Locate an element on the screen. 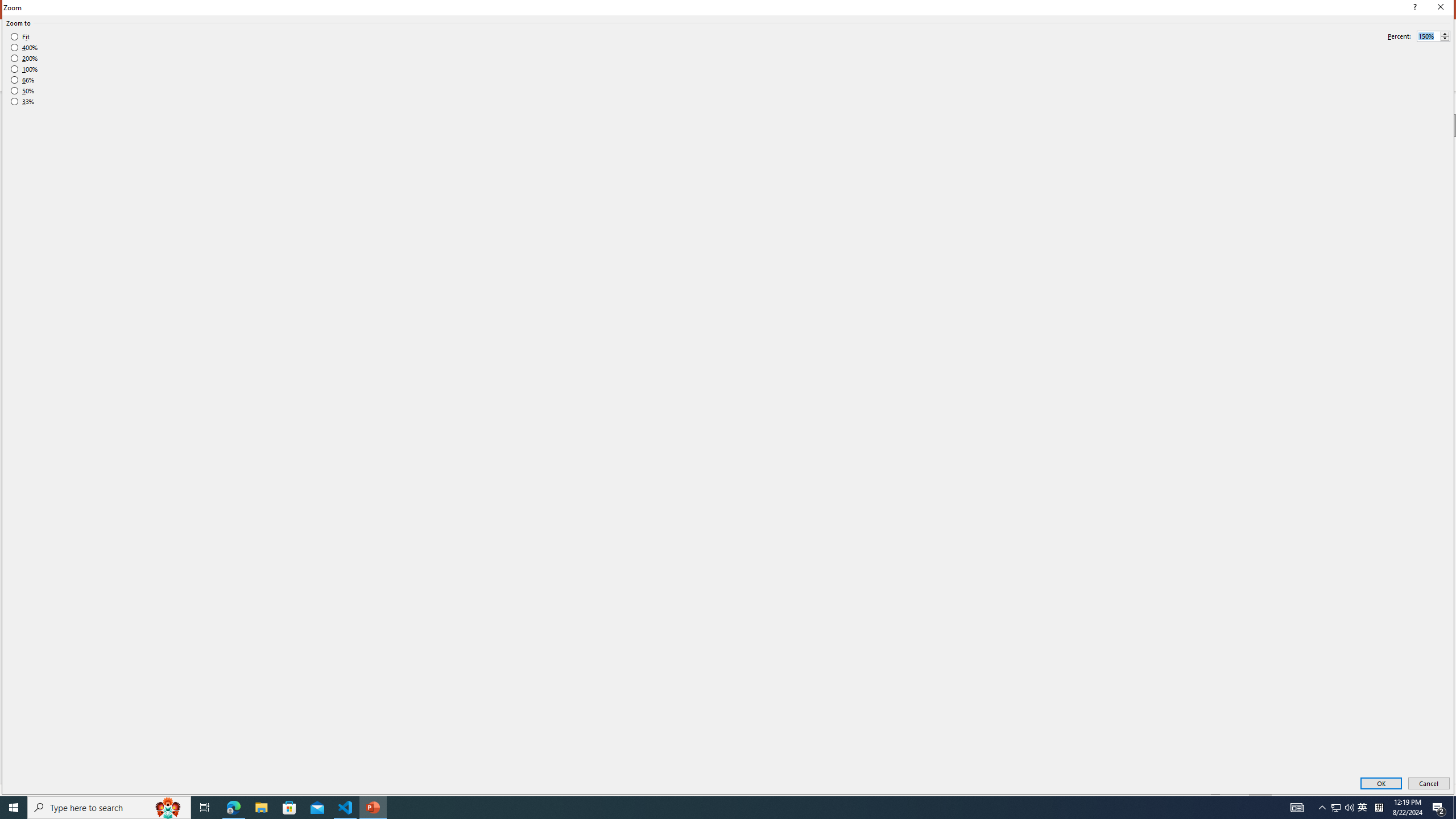 This screenshot has height=819, width=1456. 'OK' is located at coordinates (1380, 784).